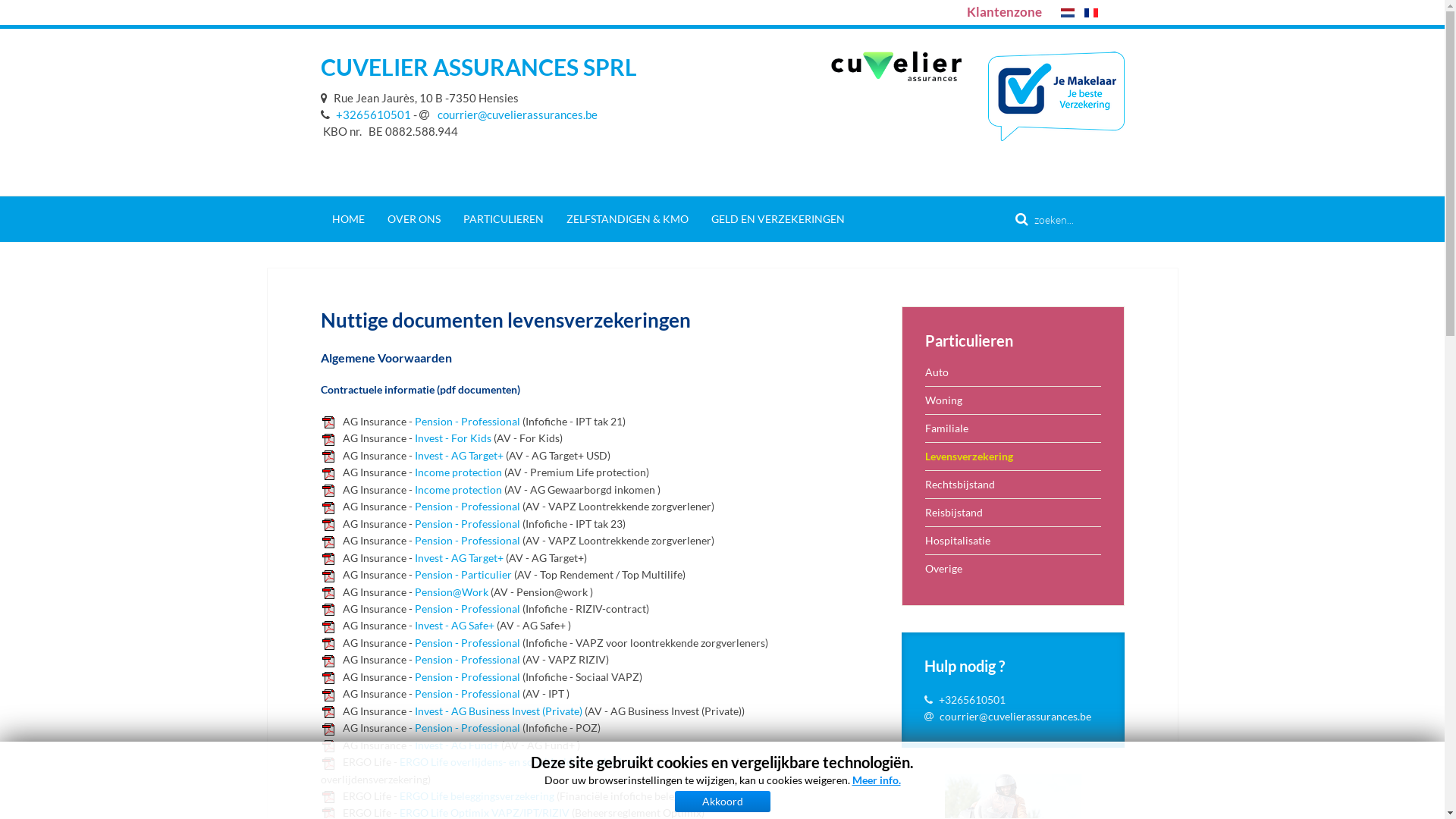  Describe the element at coordinates (457, 454) in the screenshot. I see `'Invest - AG Target+'` at that location.